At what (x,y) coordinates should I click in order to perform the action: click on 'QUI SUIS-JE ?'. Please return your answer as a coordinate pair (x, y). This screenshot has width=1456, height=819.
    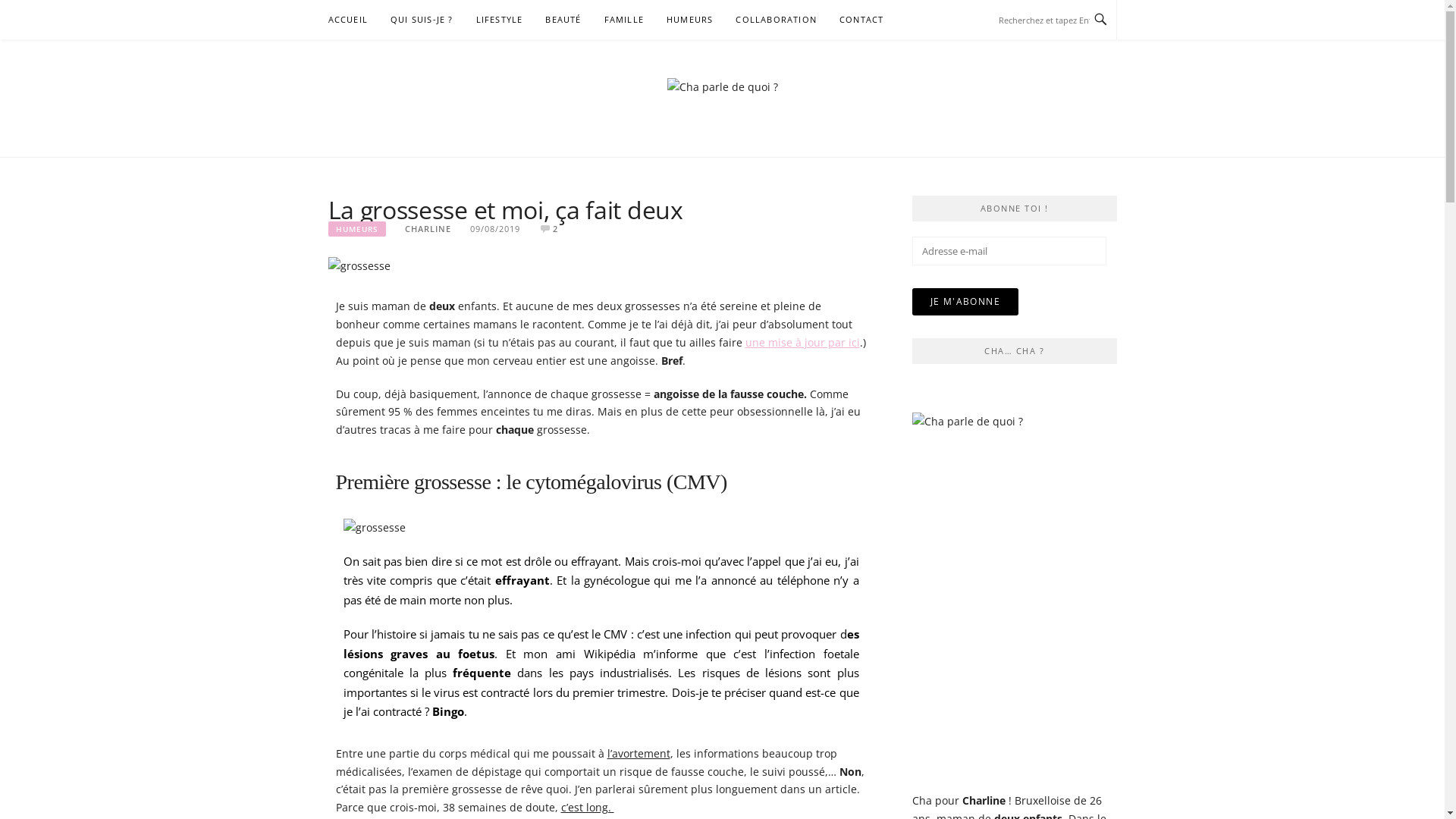
    Looking at the image, I should click on (422, 20).